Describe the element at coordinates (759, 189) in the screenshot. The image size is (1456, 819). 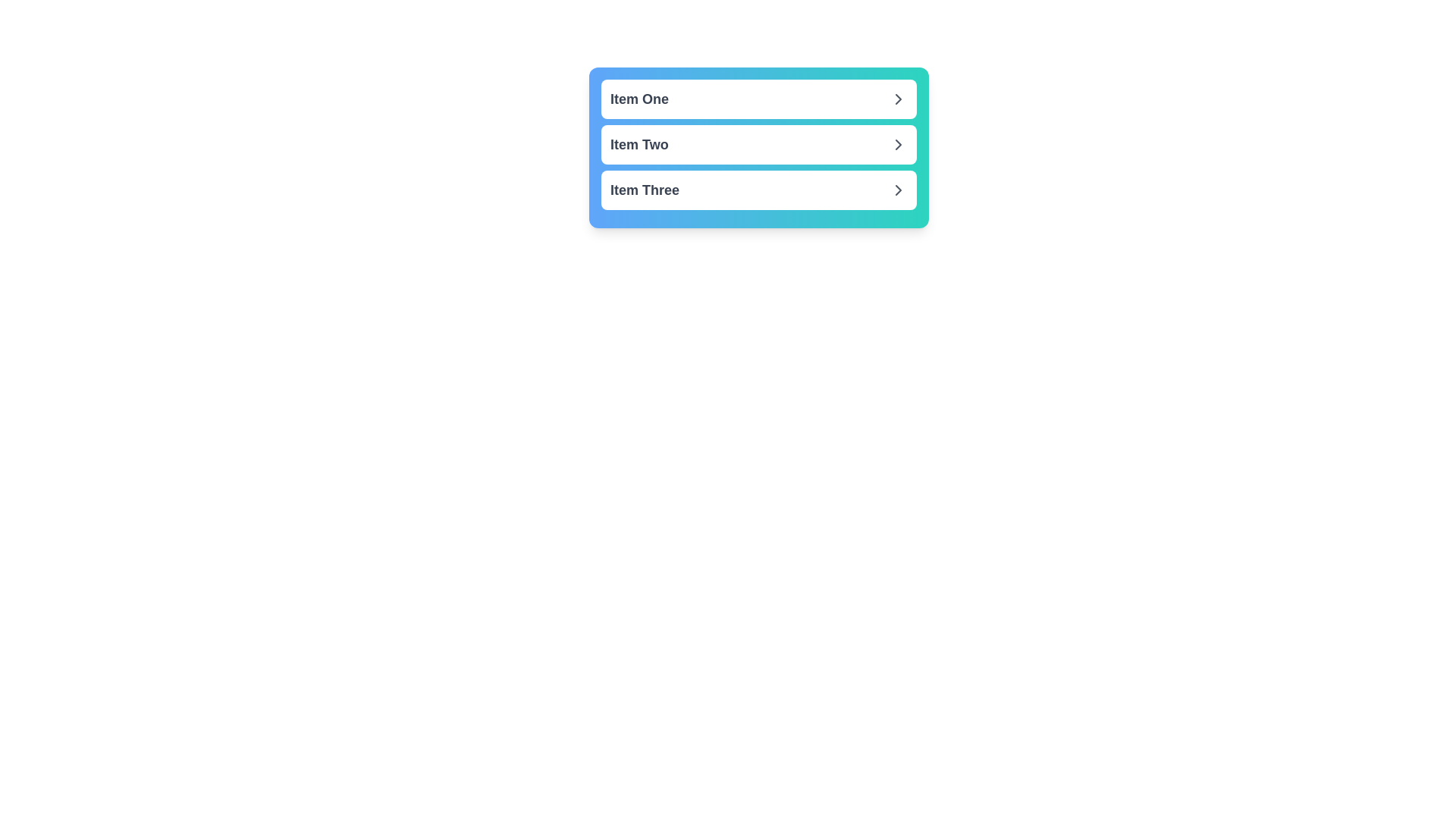
I see `the third list item labeled 'Item Three', which is positioned between 'Item Two' and any elements below it, in a vertical stack within a gradient background` at that location.